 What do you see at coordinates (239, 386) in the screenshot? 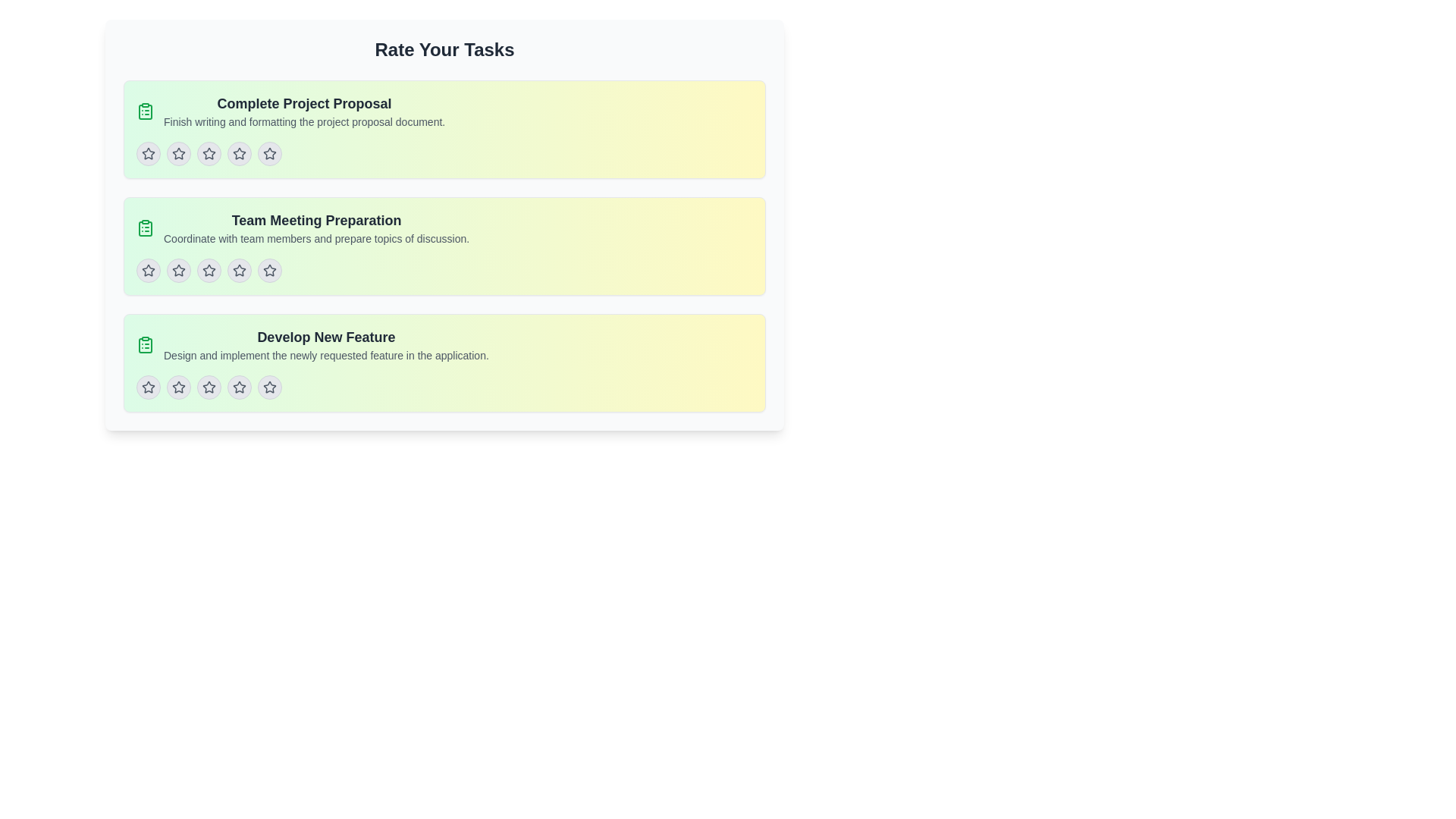
I see `the fourth interactive rating star icon located in the row labeled 'Develop New Feature'` at bounding box center [239, 386].